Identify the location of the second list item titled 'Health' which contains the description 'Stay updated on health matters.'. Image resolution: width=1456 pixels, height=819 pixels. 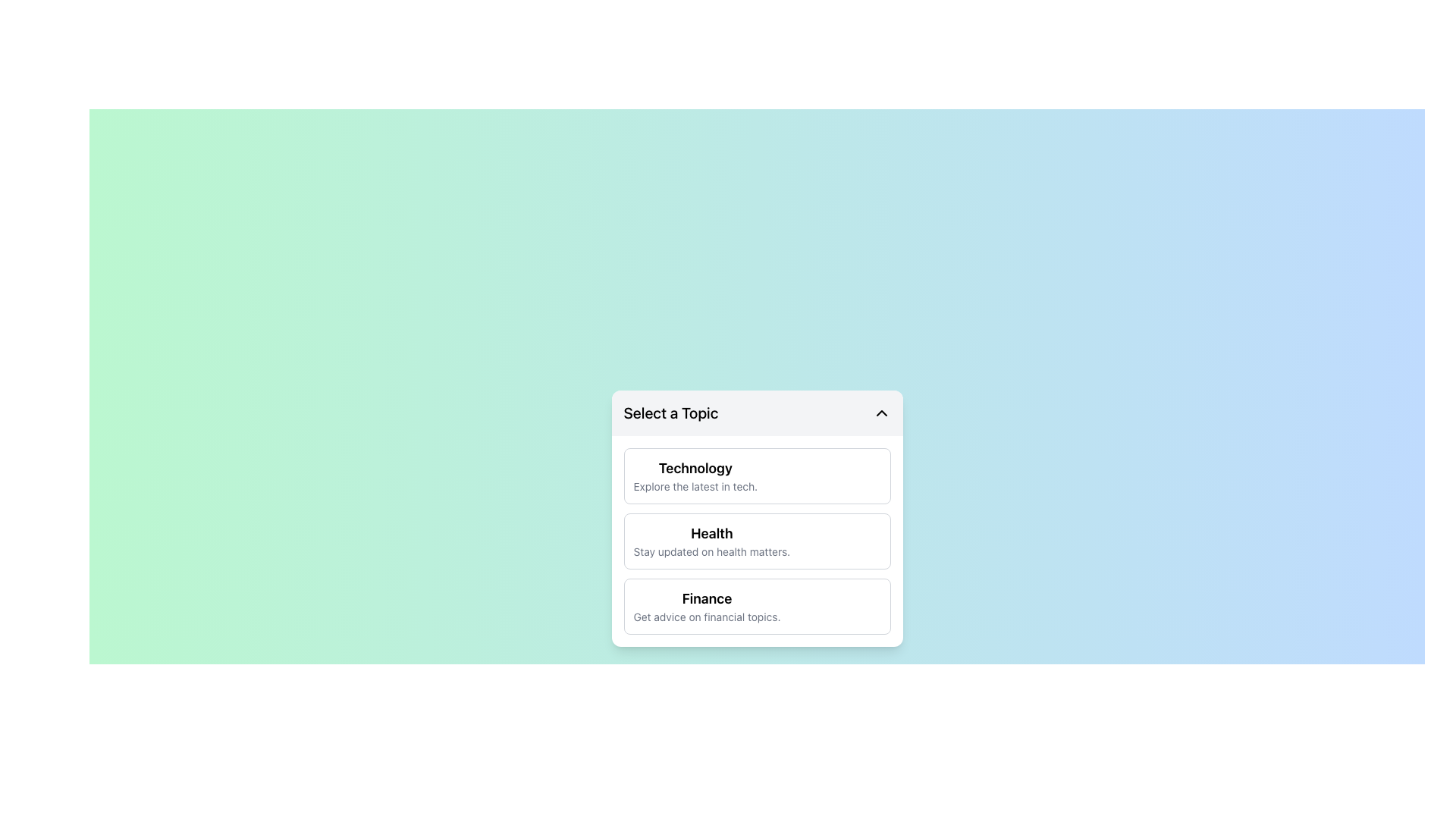
(757, 540).